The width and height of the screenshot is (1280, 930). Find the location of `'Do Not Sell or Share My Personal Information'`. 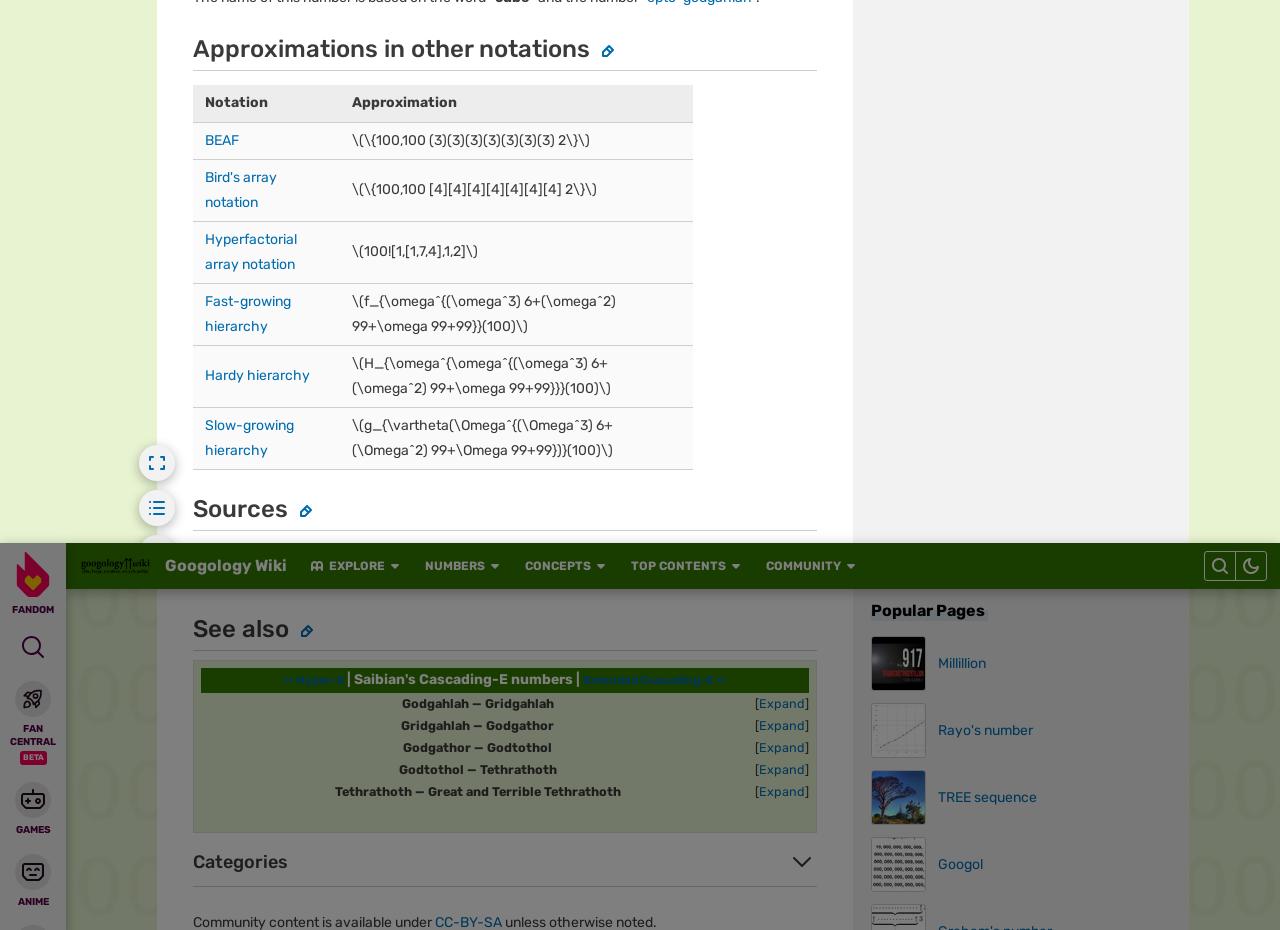

'Do Not Sell or Share My Personal Information' is located at coordinates (786, 99).